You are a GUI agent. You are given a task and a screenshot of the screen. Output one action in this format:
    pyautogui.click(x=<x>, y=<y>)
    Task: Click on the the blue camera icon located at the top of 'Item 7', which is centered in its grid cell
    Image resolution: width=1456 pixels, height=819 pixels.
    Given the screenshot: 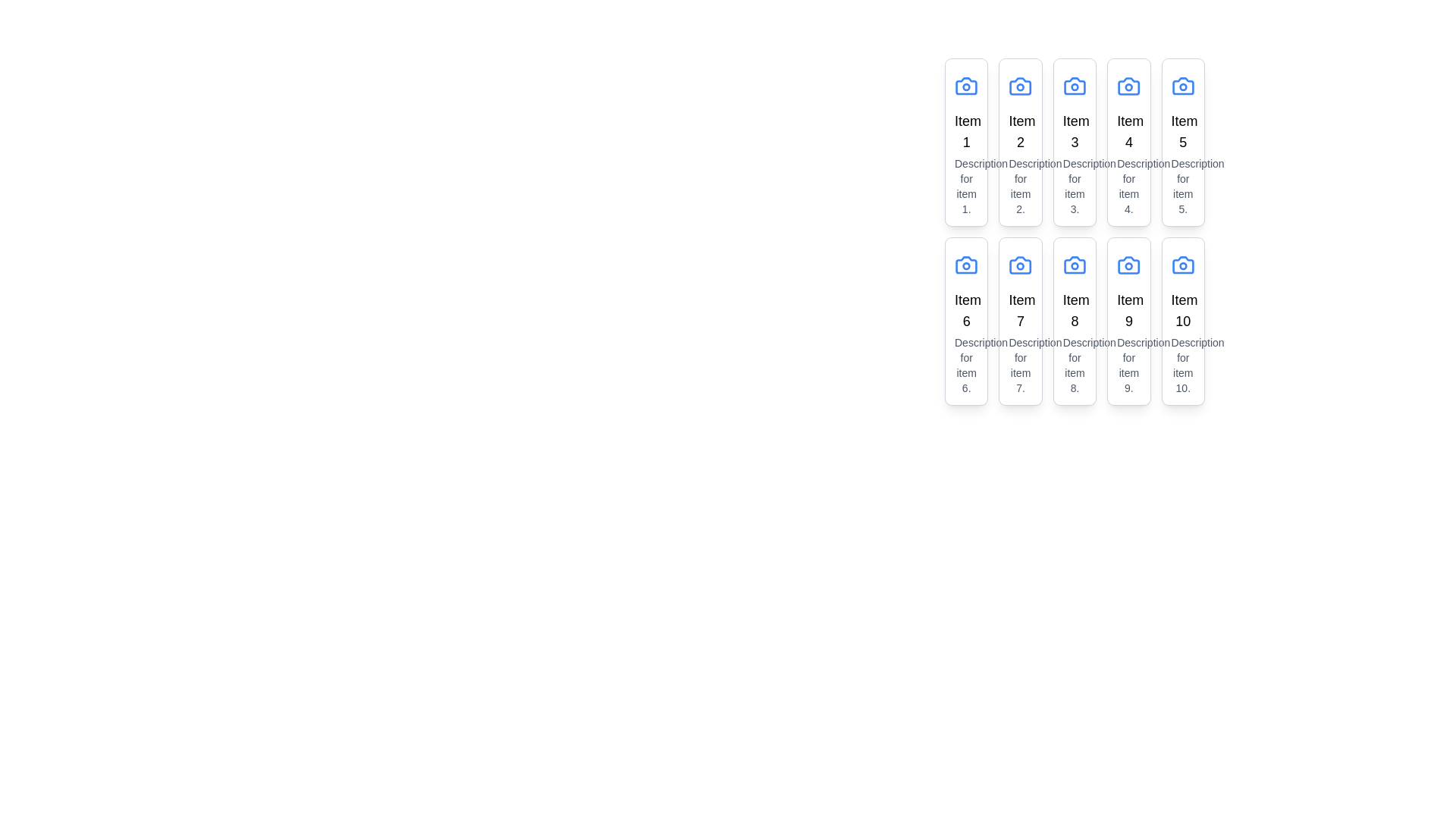 What is the action you would take?
    pyautogui.click(x=1021, y=265)
    